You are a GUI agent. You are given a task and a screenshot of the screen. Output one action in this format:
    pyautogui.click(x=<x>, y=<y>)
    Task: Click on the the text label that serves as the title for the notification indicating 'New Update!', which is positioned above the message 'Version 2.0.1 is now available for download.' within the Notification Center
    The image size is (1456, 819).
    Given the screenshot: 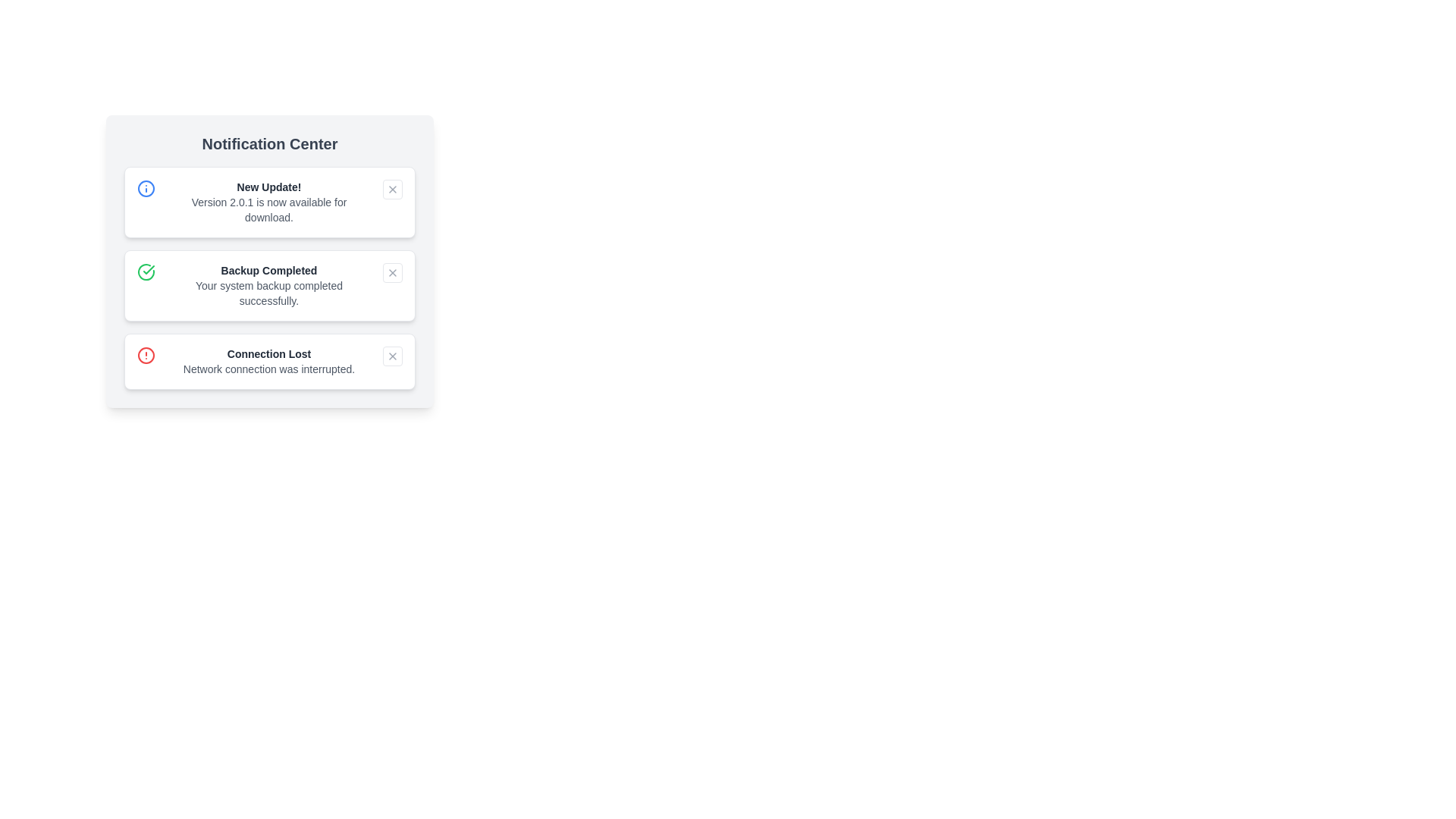 What is the action you would take?
    pyautogui.click(x=269, y=186)
    